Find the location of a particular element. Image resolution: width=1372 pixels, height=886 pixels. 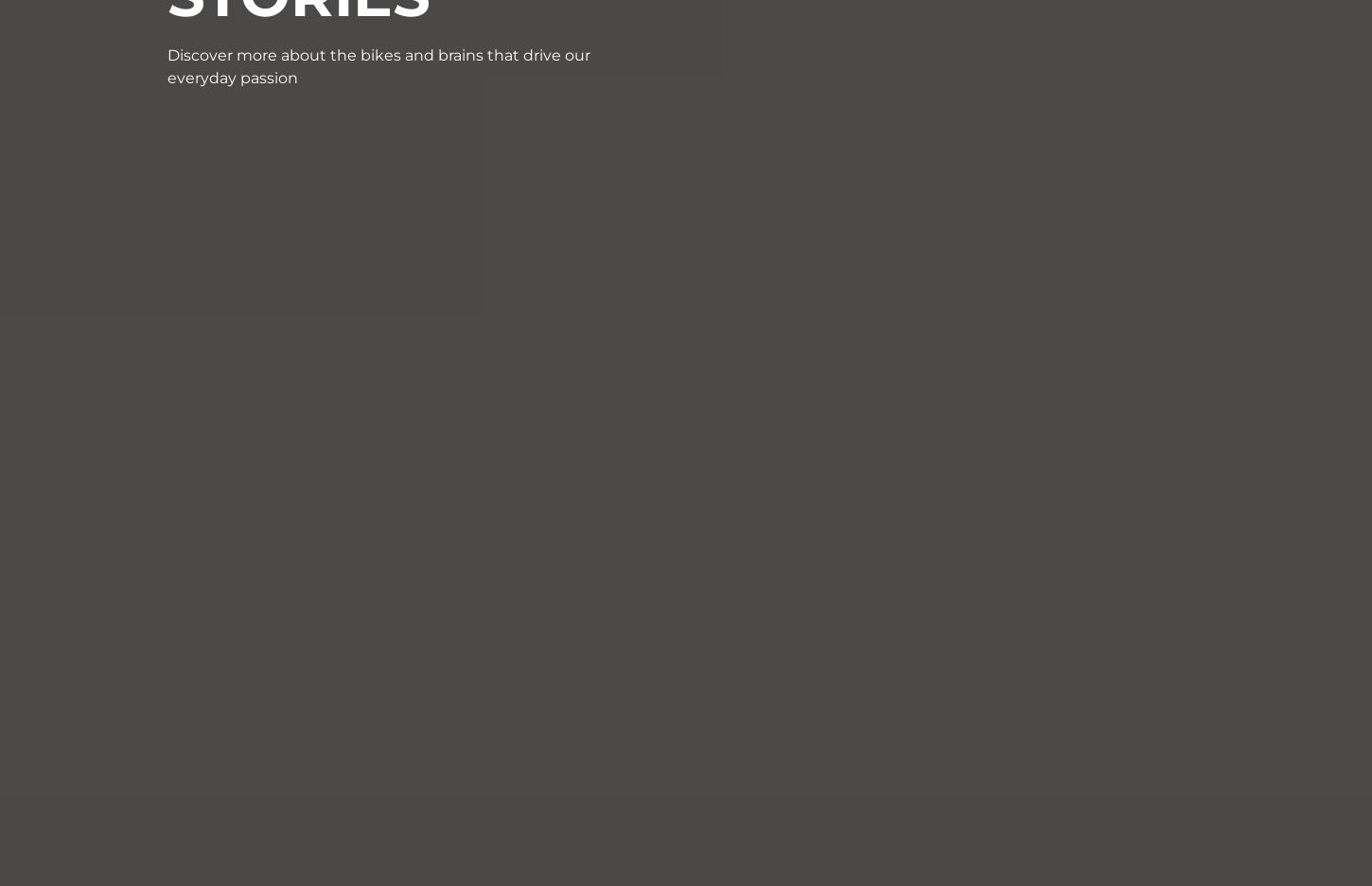

'Devinci Global Racing' is located at coordinates (570, 639).